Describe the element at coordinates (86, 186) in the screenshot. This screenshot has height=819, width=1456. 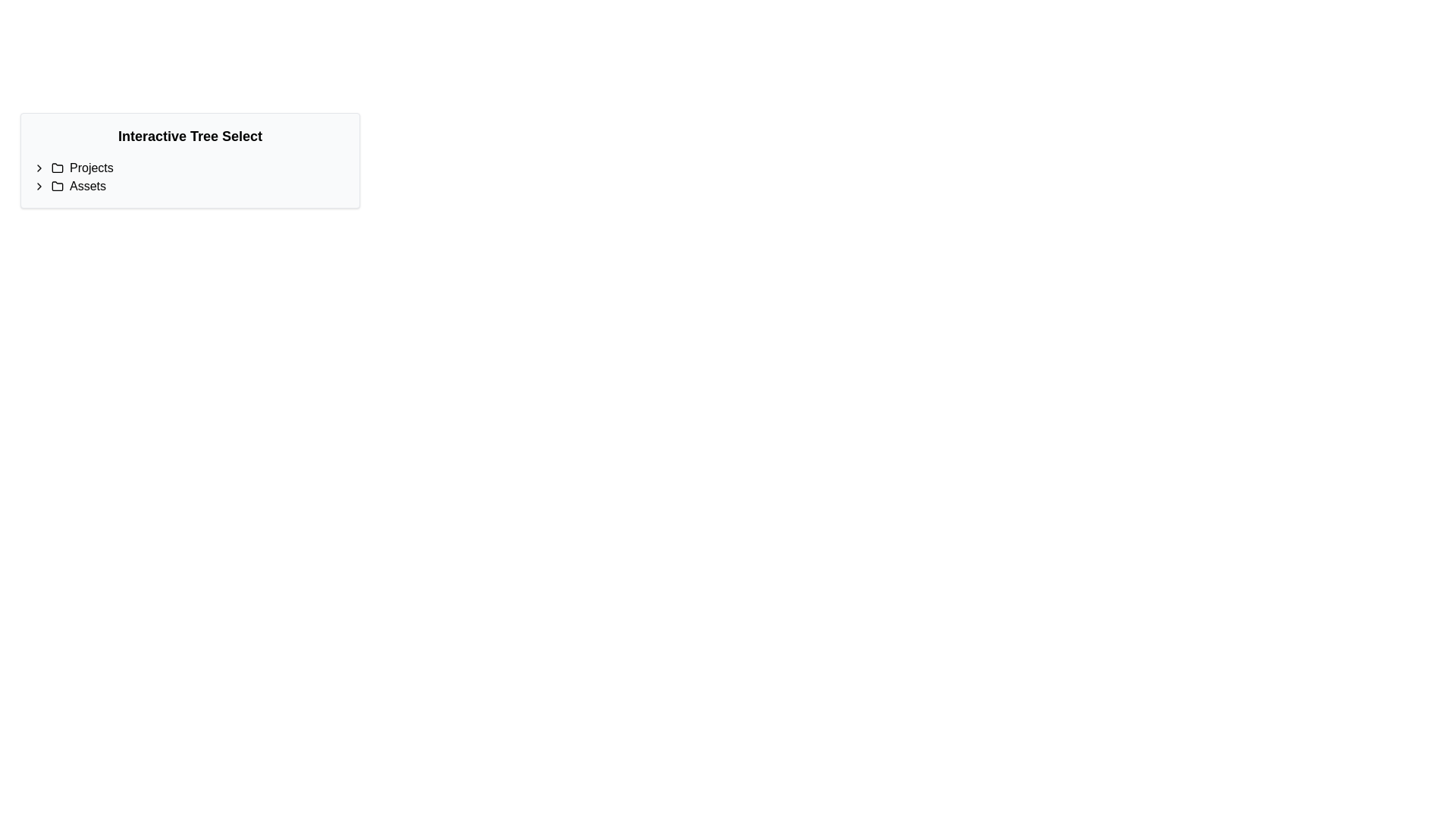
I see `the text label for the 'Assets' folder in the interactive tree interface` at that location.